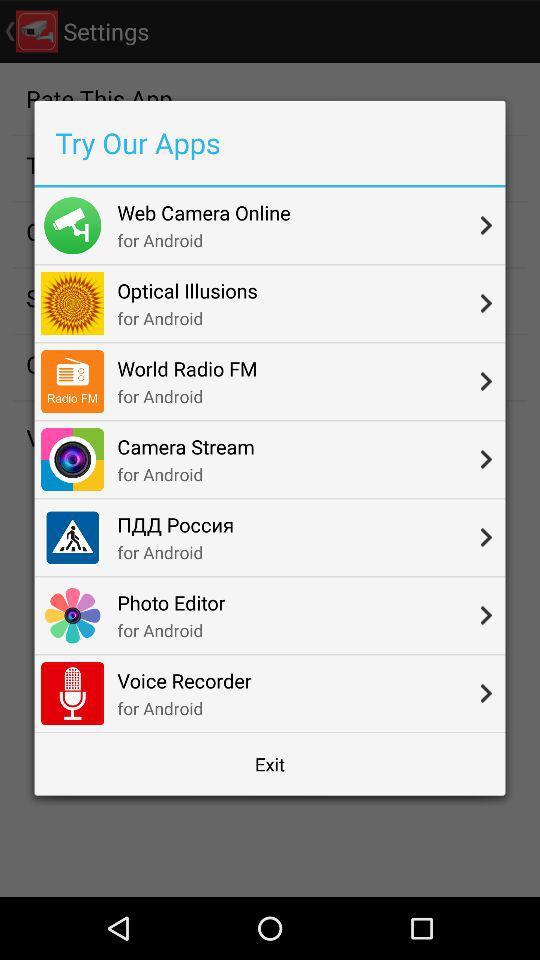 Image resolution: width=540 pixels, height=960 pixels. I want to click on the exit, so click(270, 763).